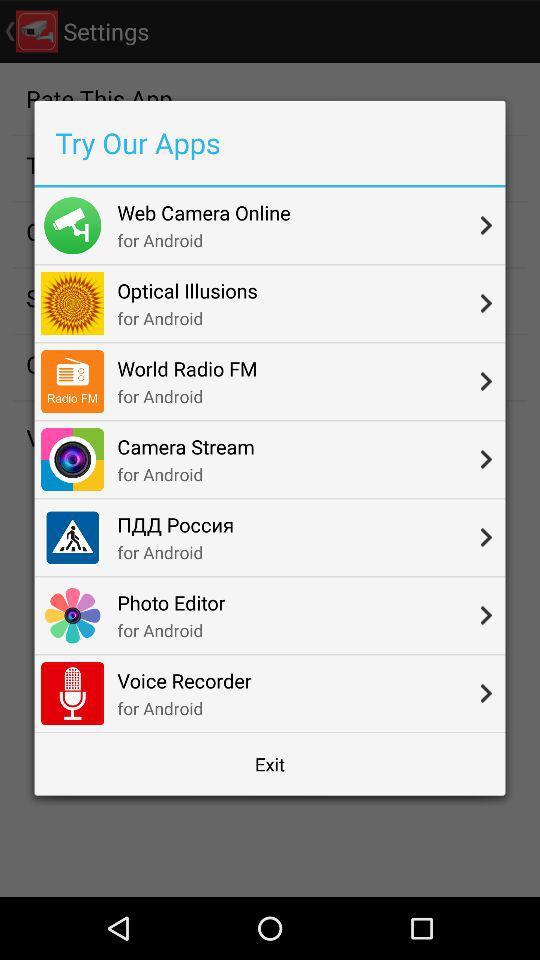 Image resolution: width=540 pixels, height=960 pixels. I want to click on the exit, so click(270, 763).